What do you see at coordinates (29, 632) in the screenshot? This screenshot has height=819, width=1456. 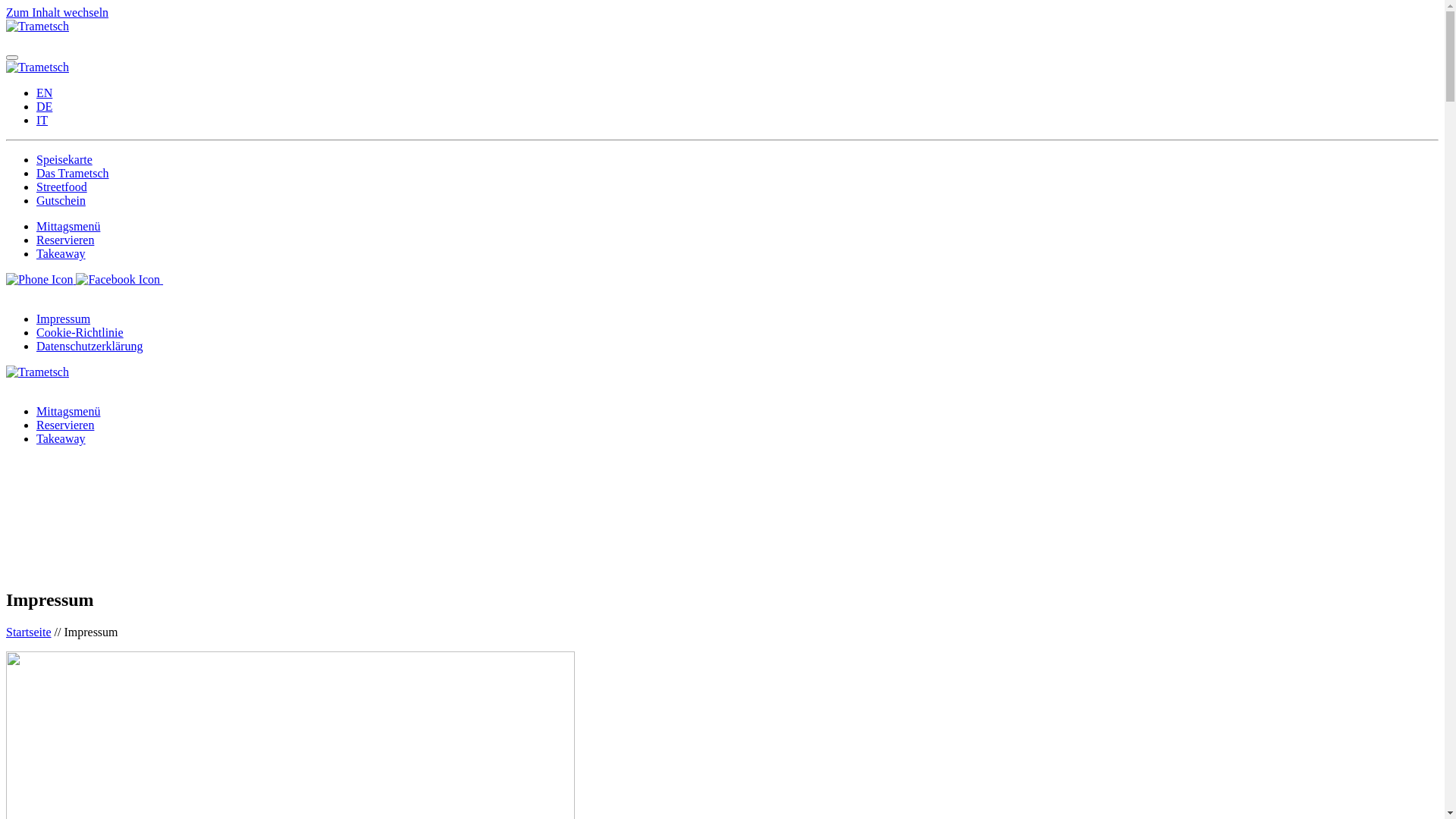 I see `'Startseite'` at bounding box center [29, 632].